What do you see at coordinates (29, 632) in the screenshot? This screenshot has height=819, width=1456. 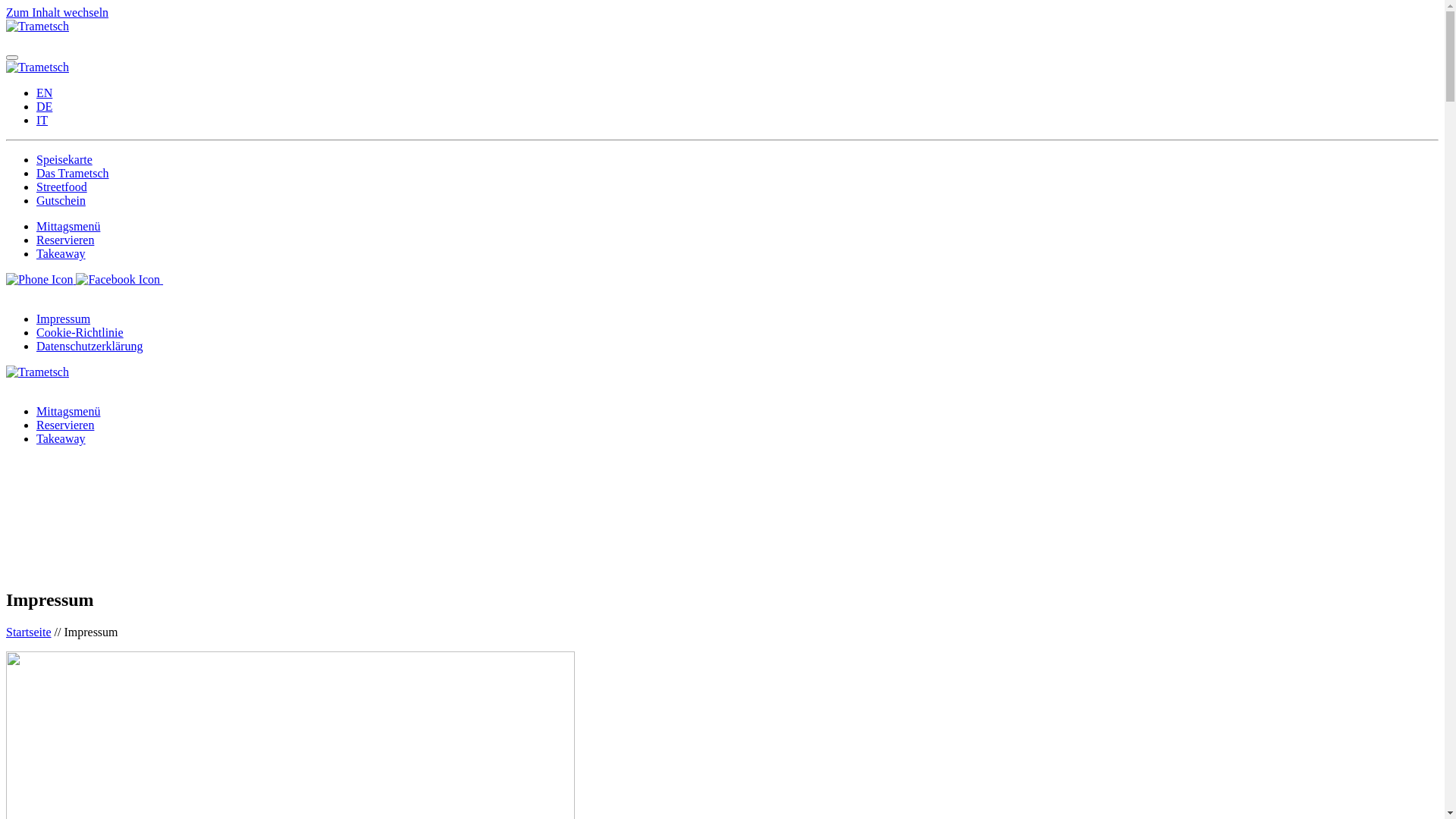 I see `'Startseite'` at bounding box center [29, 632].